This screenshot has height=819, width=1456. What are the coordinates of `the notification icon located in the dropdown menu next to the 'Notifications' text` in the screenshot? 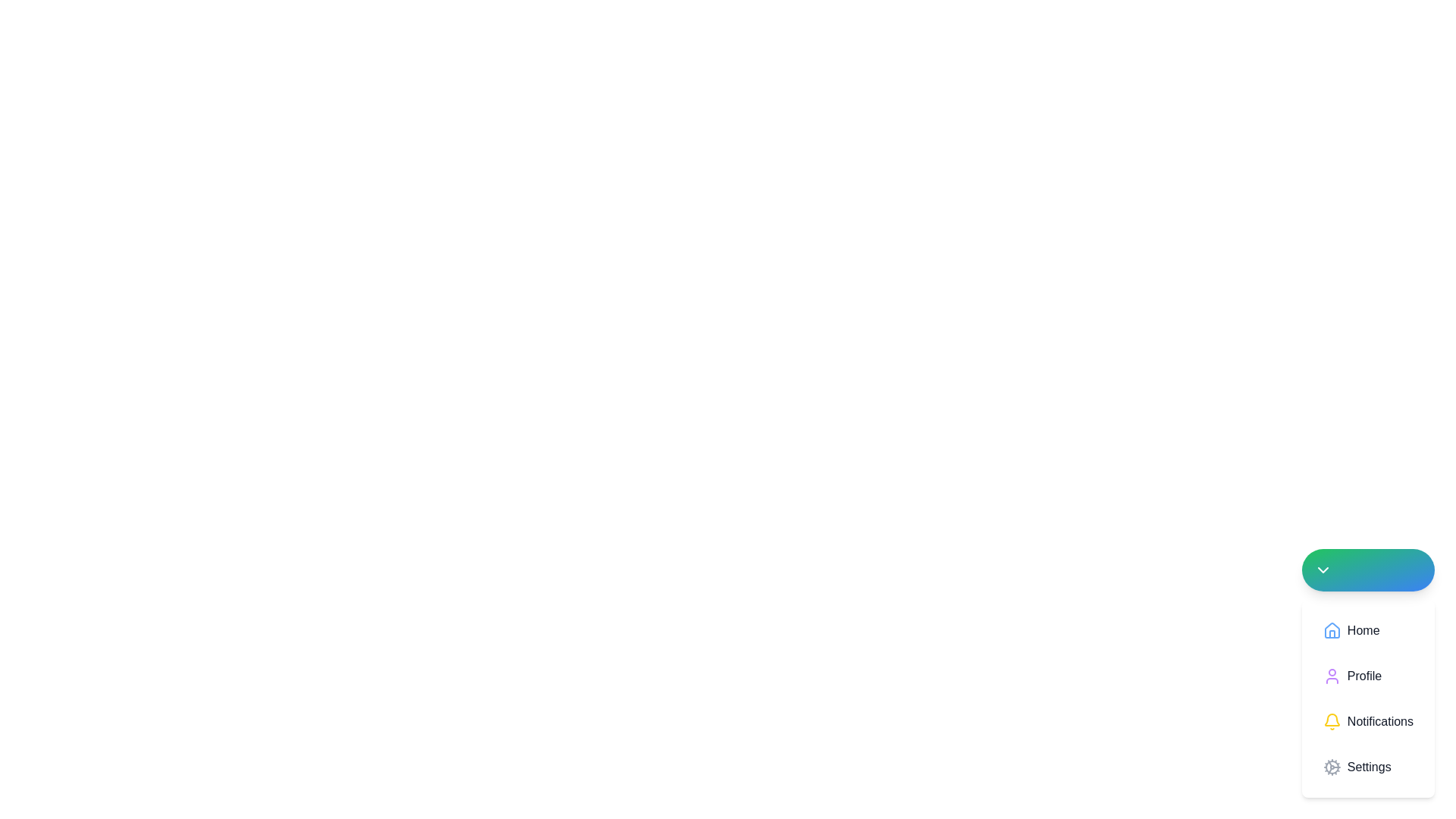 It's located at (1331, 721).